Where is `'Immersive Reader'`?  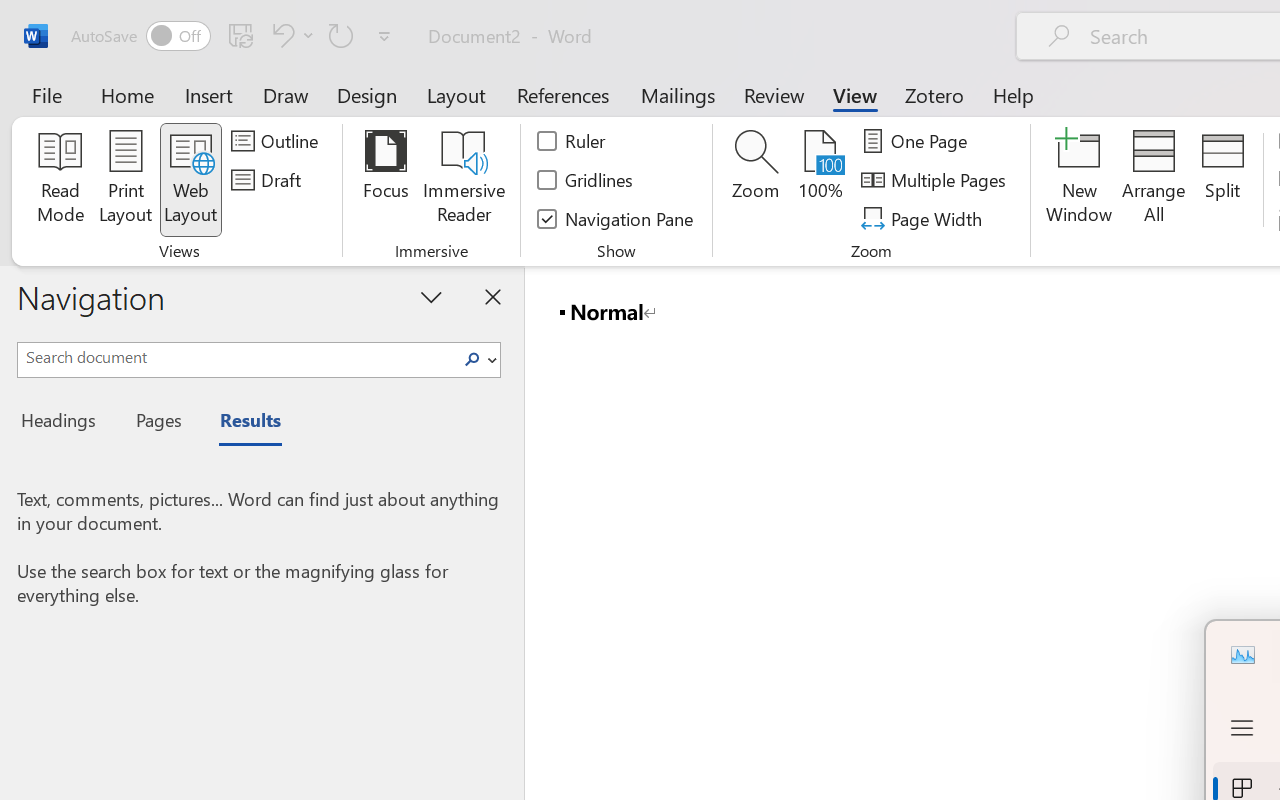 'Immersive Reader' is located at coordinates (463, 179).